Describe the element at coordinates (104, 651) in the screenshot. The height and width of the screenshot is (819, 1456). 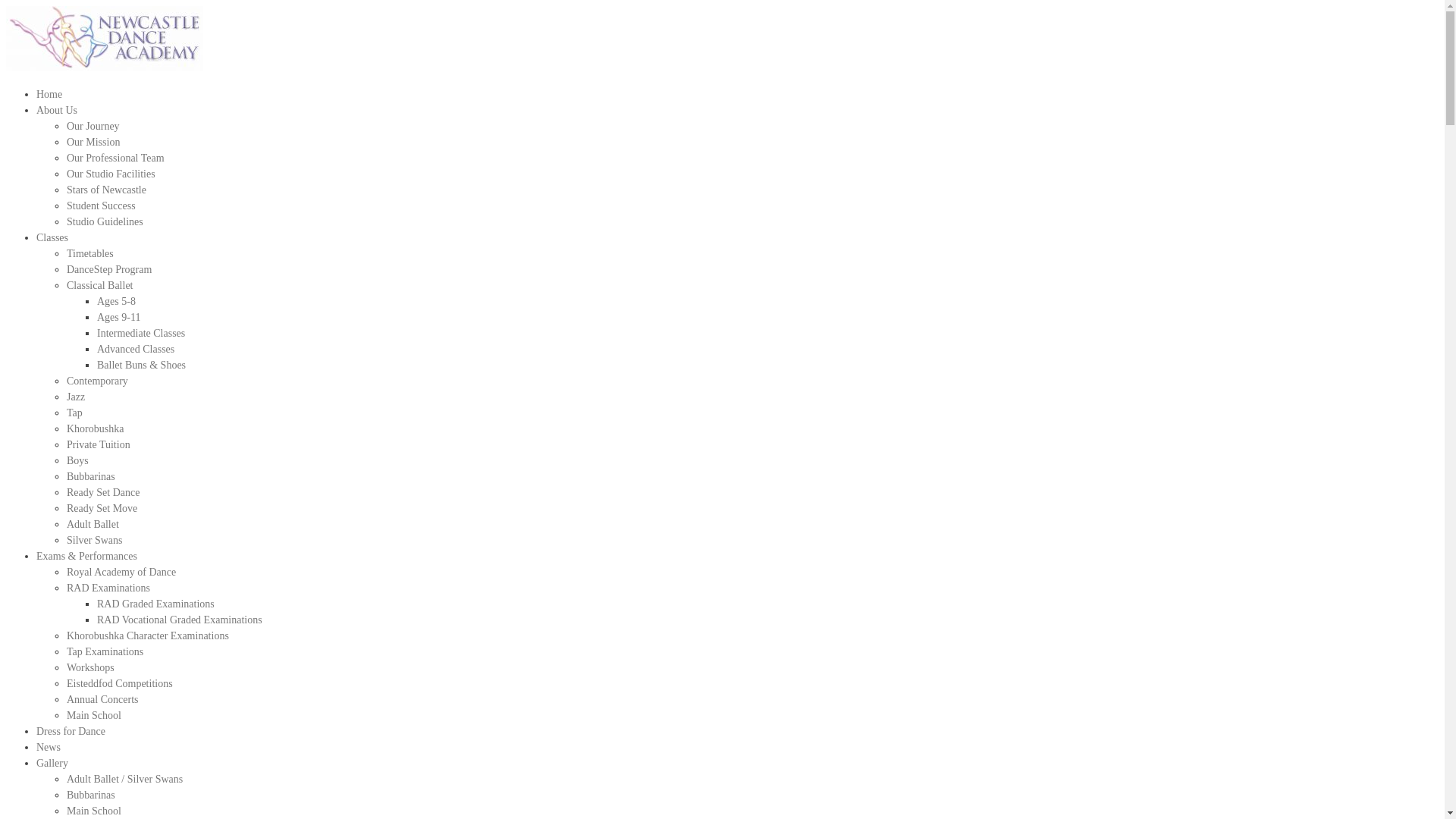
I see `'Tap Examinations'` at that location.